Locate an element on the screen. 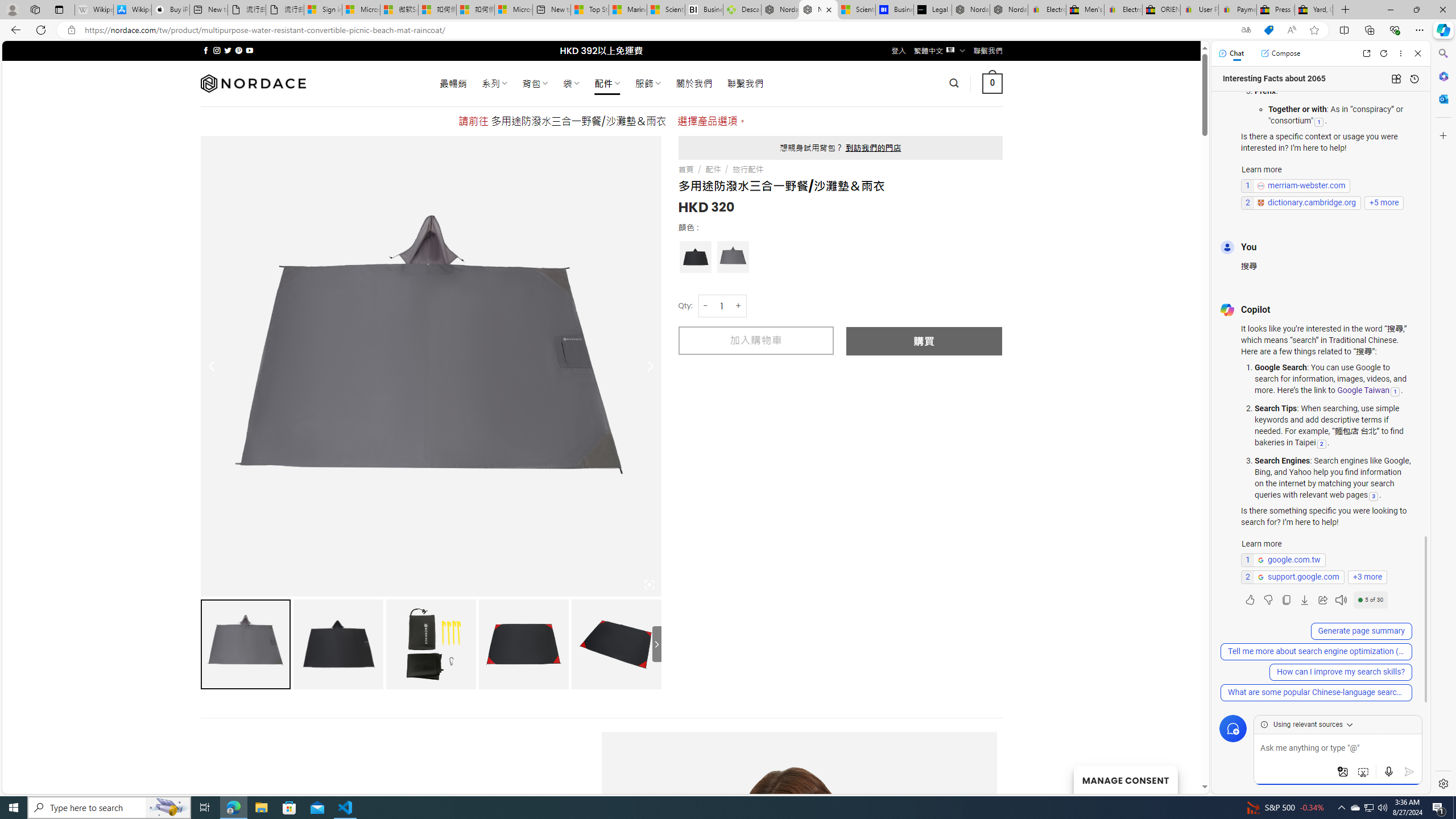  'Minimize Search pane' is located at coordinates (1442, 53).